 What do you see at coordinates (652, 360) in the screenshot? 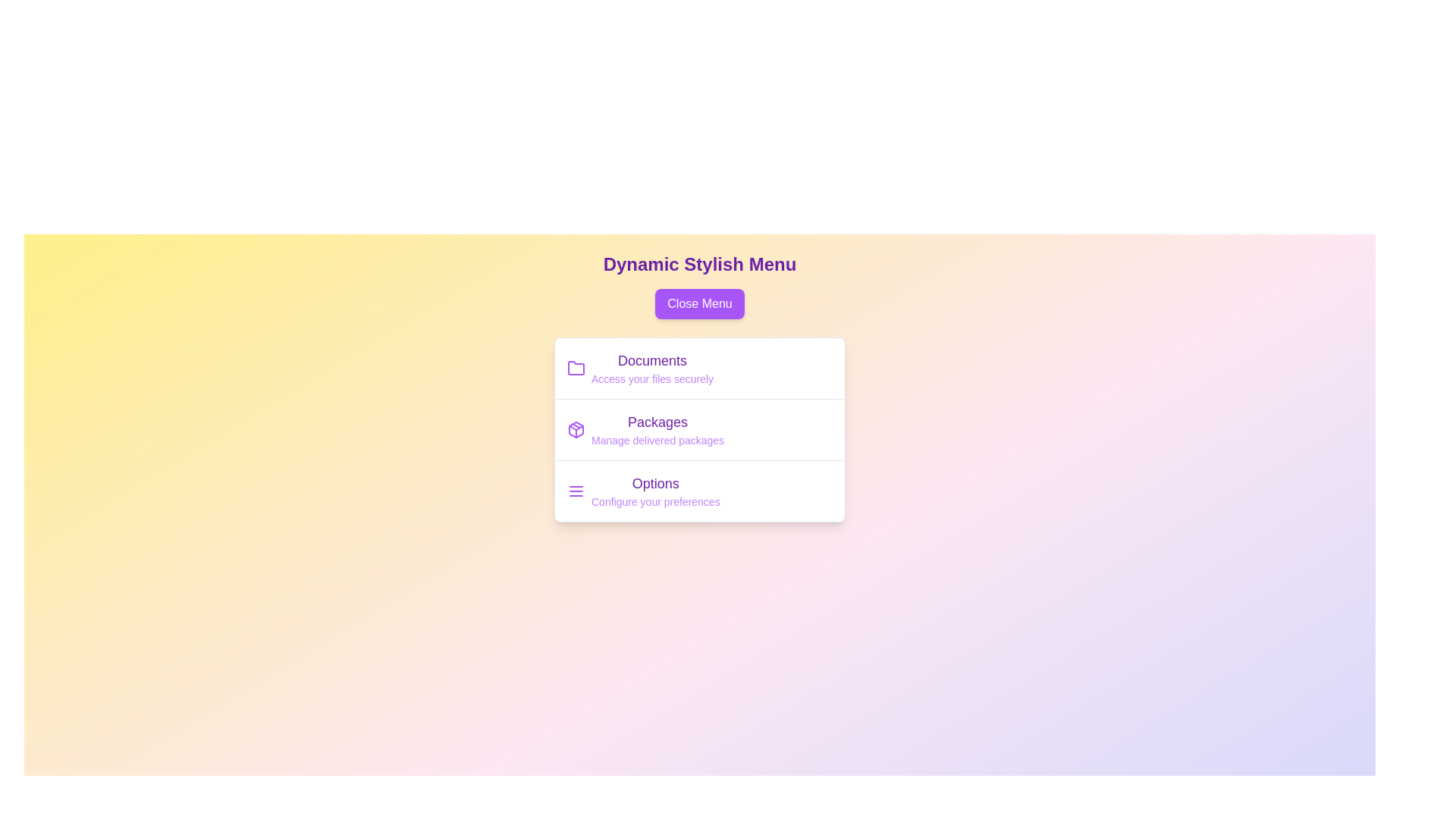
I see `the menu item Documents to select it` at bounding box center [652, 360].